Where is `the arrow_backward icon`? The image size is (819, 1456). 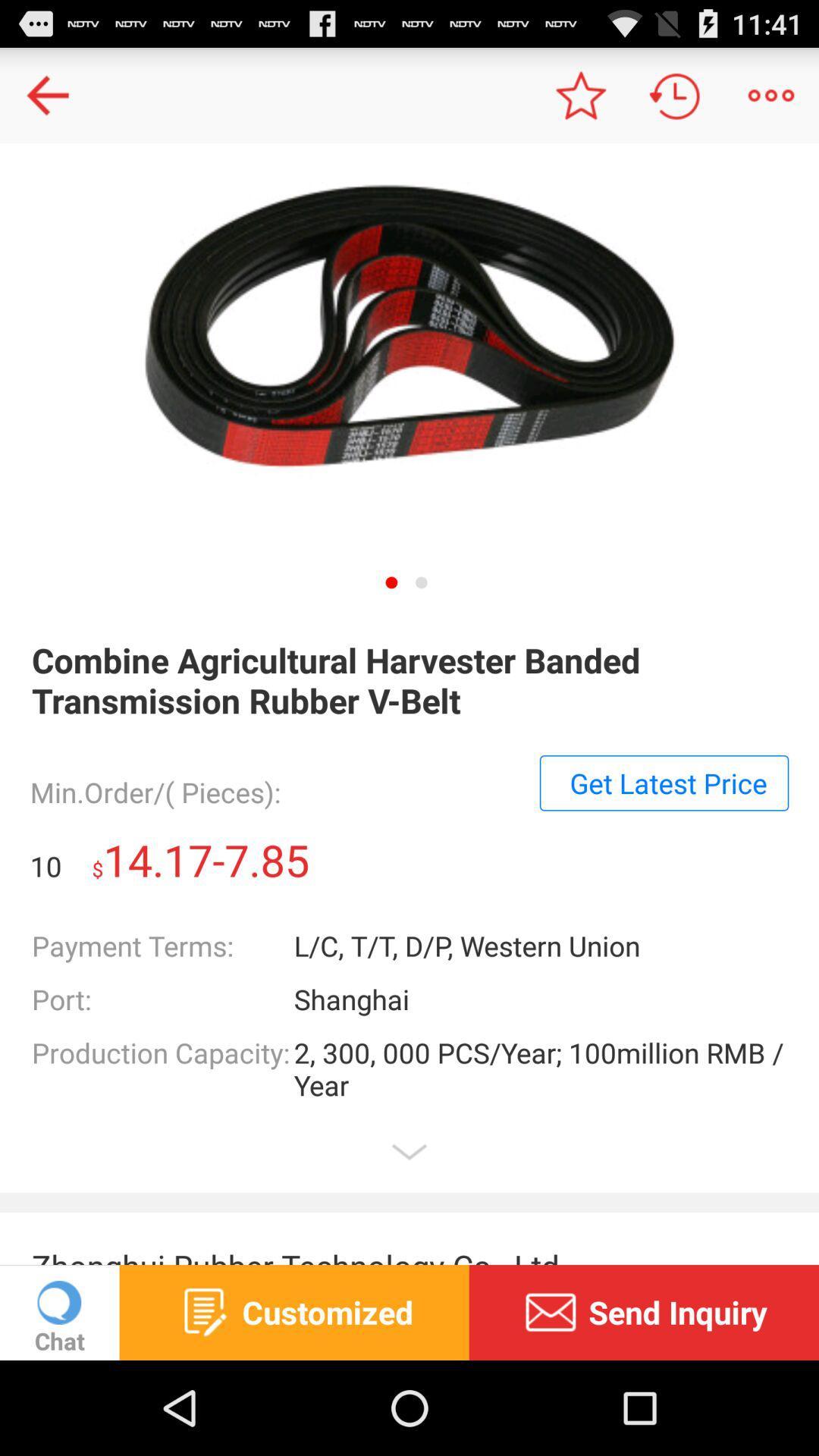 the arrow_backward icon is located at coordinates (46, 101).